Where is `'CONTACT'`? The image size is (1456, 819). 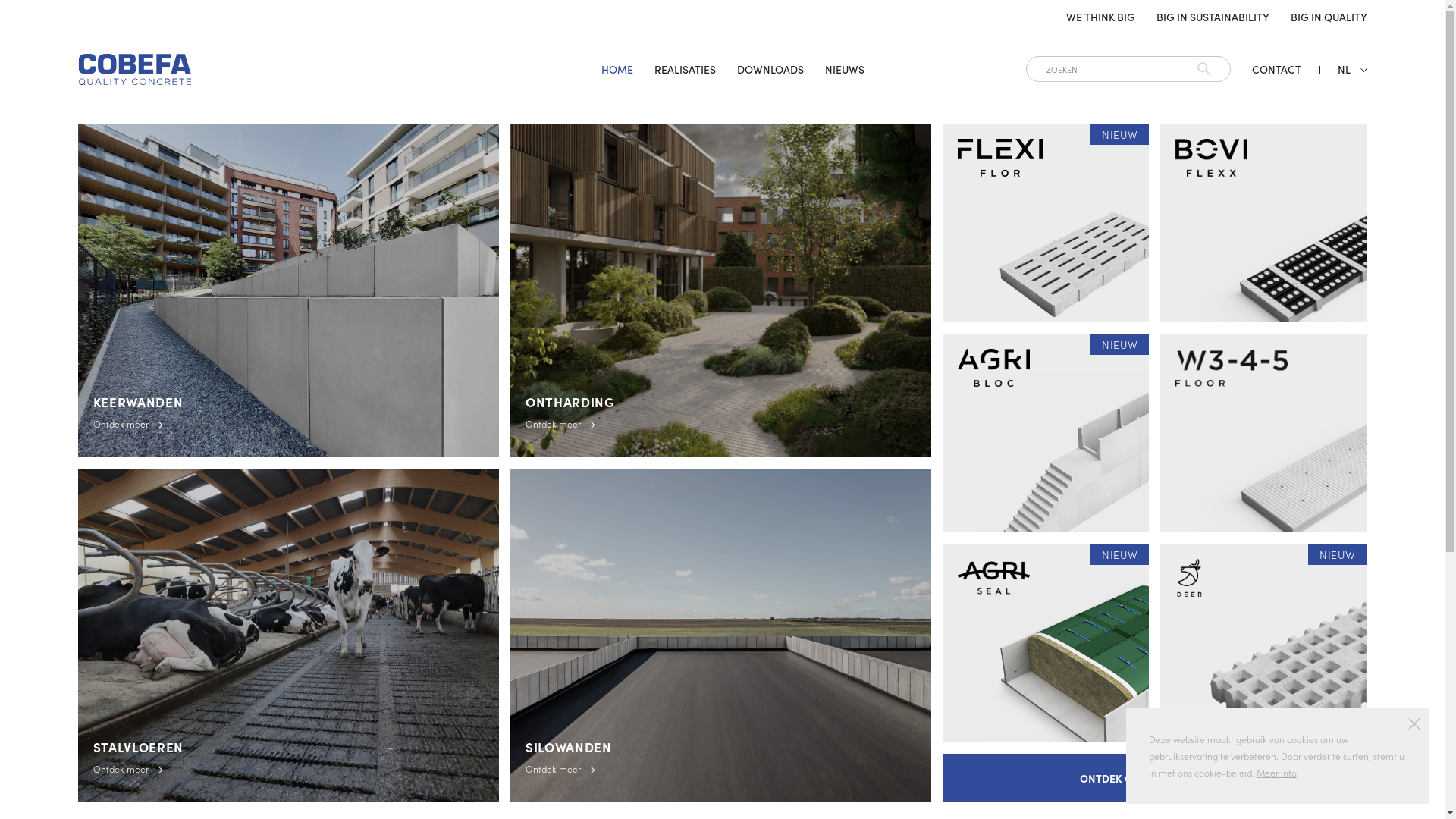
'CONTACT' is located at coordinates (1275, 69).